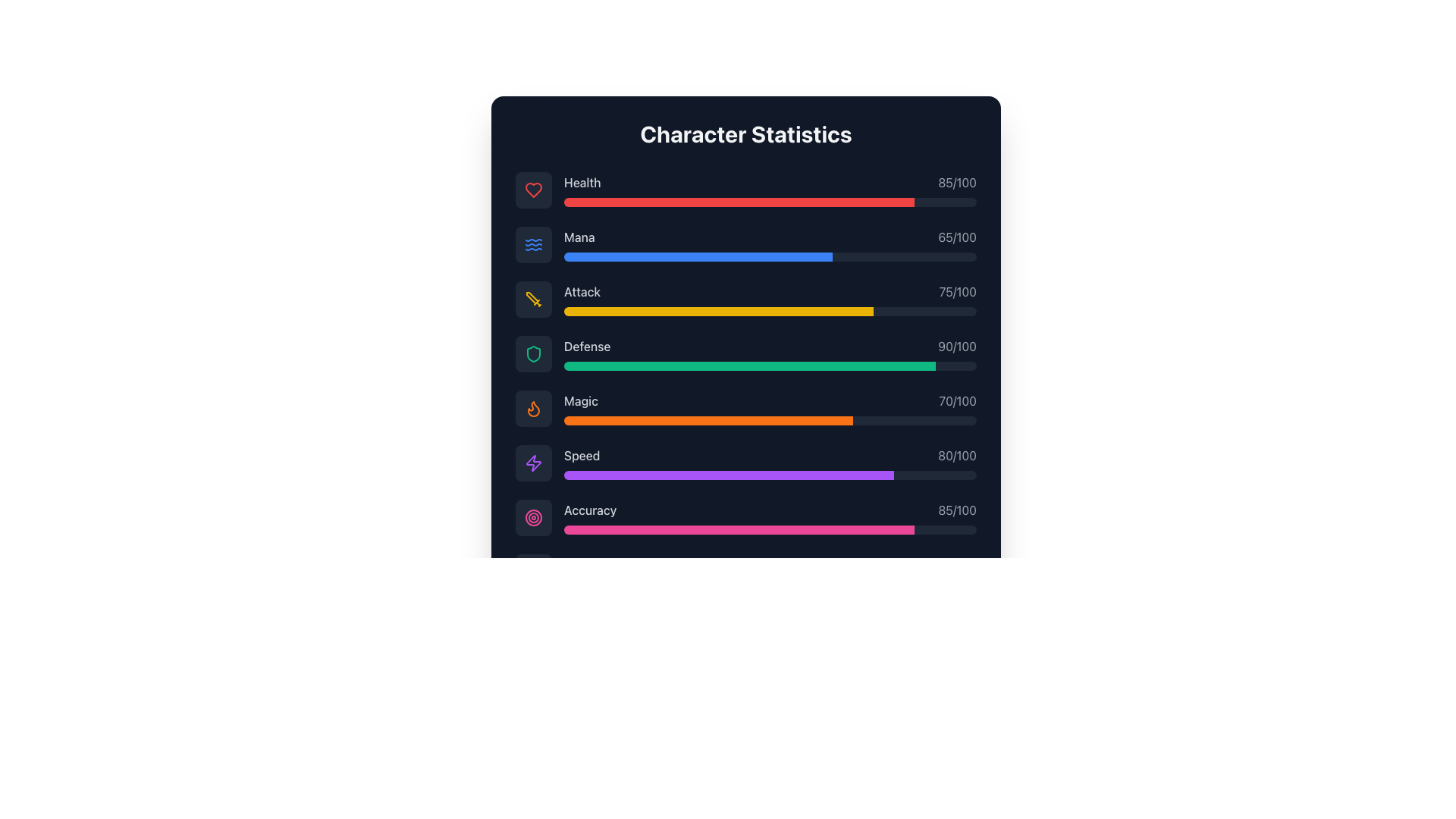 The height and width of the screenshot is (819, 1456). I want to click on the eighth horizontal progress bar labeled 'Accuracy' with a fill indicating 85% completion, so click(770, 529).